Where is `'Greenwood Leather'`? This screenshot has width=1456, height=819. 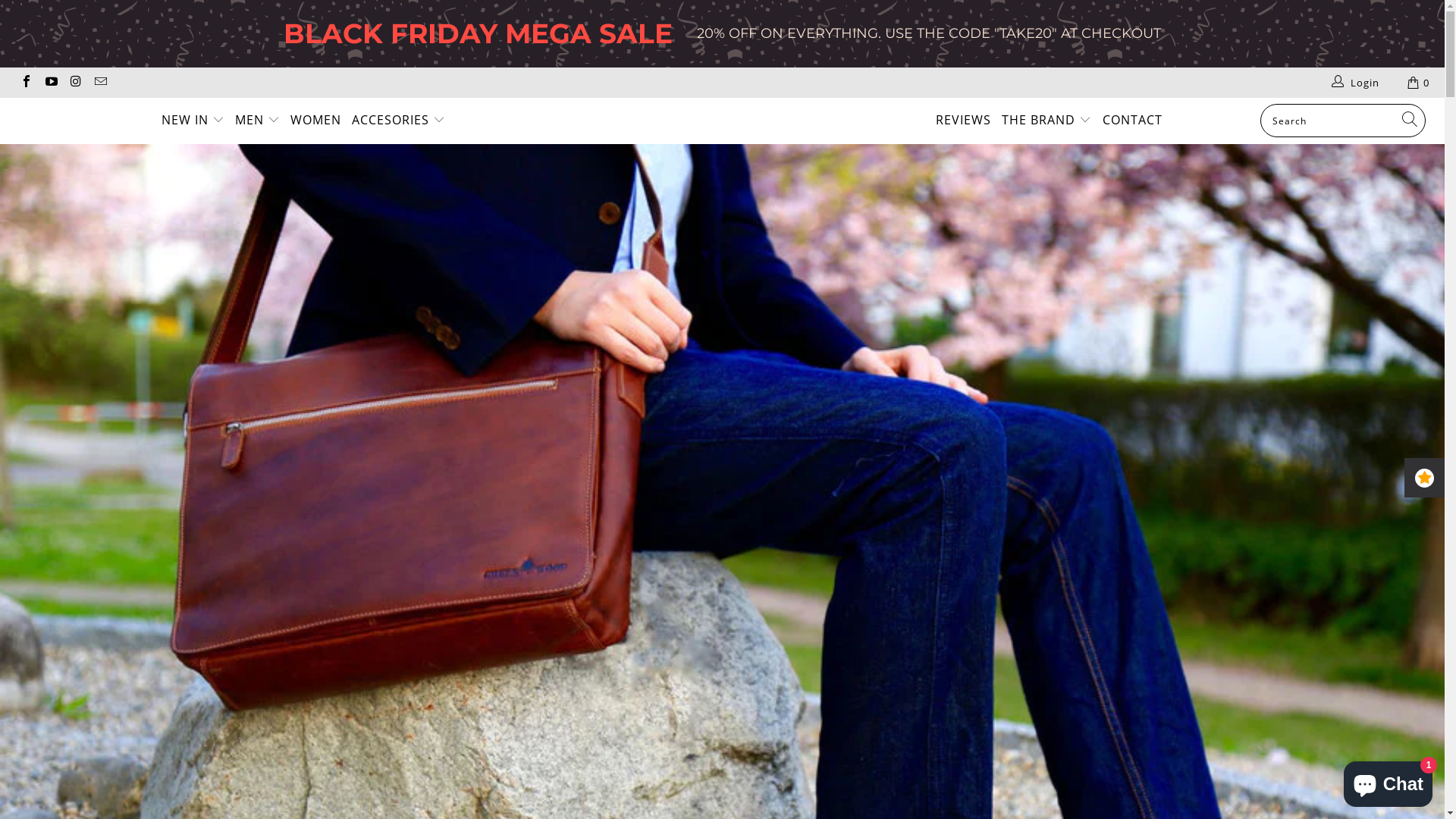
'Greenwood Leather' is located at coordinates (622, 102).